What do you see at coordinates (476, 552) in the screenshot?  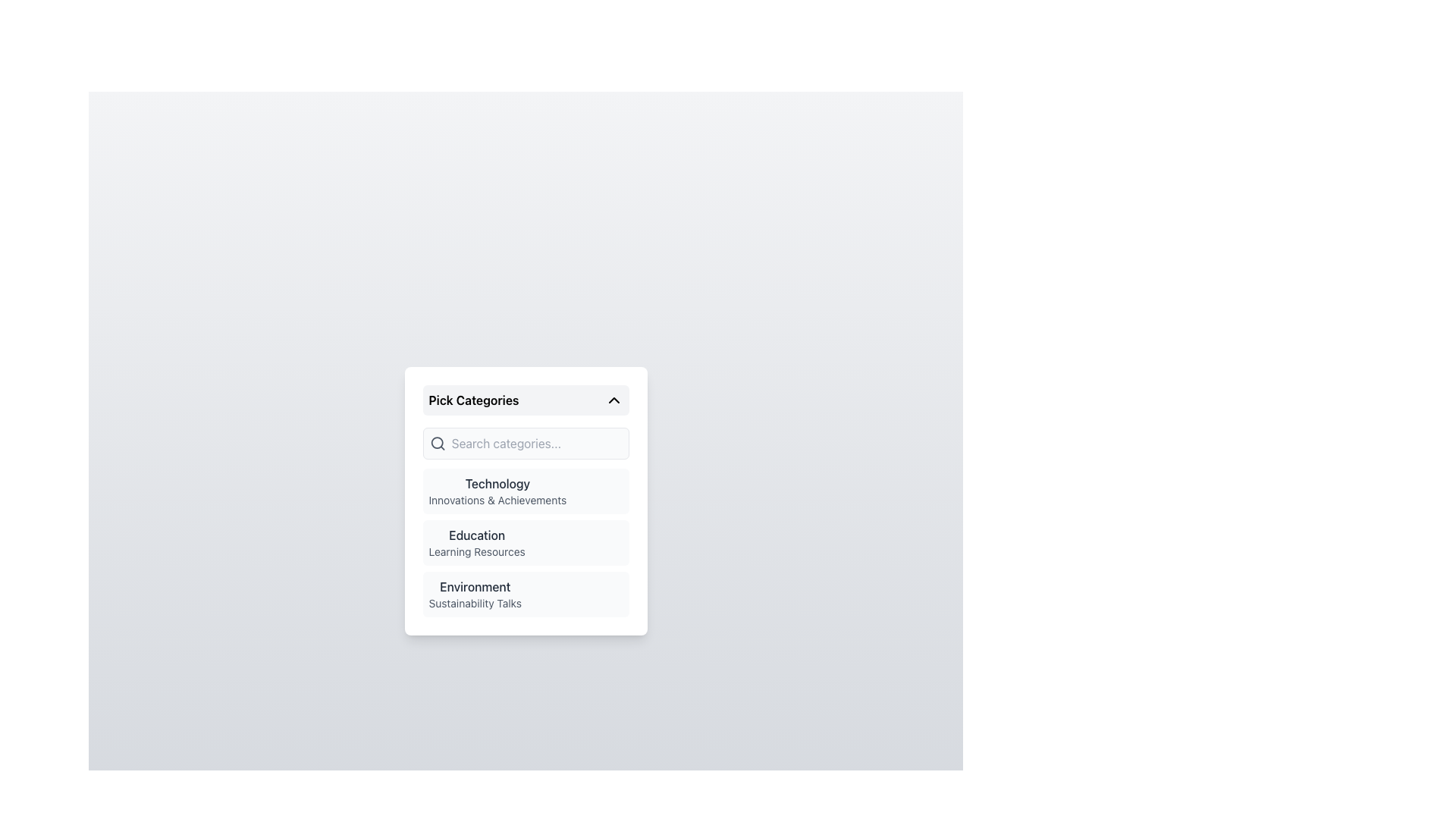 I see `text label displaying 'Learning Resources' located beneath the bold label 'Education' in the vertical category list` at bounding box center [476, 552].